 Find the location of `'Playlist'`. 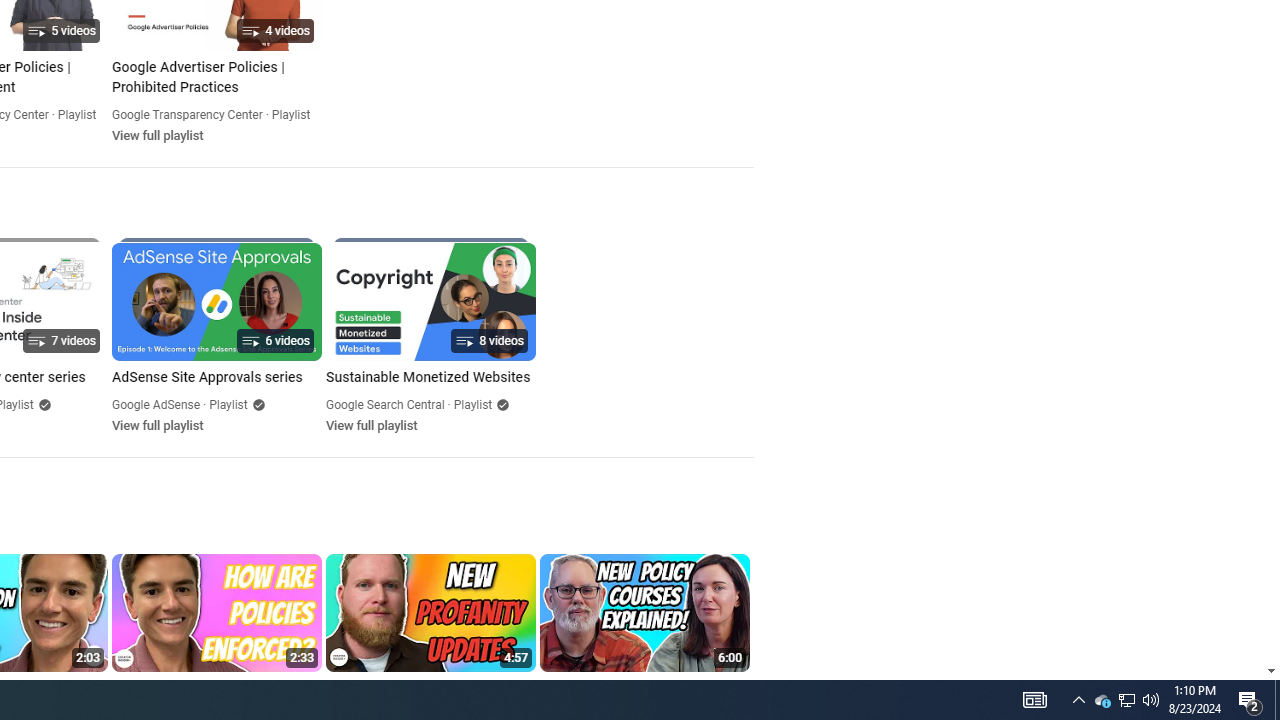

'Playlist' is located at coordinates (471, 405).